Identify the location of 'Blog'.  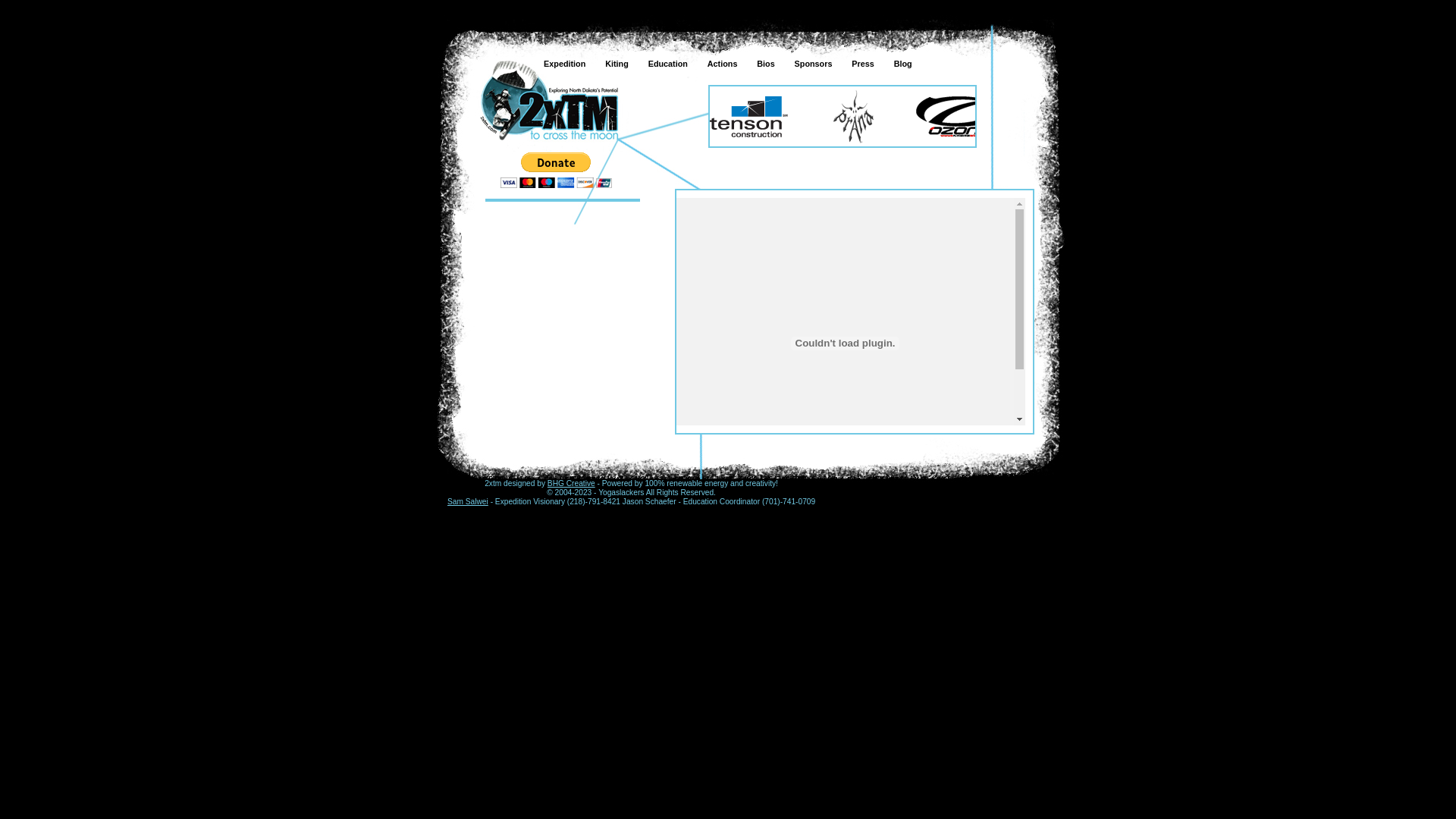
(902, 63).